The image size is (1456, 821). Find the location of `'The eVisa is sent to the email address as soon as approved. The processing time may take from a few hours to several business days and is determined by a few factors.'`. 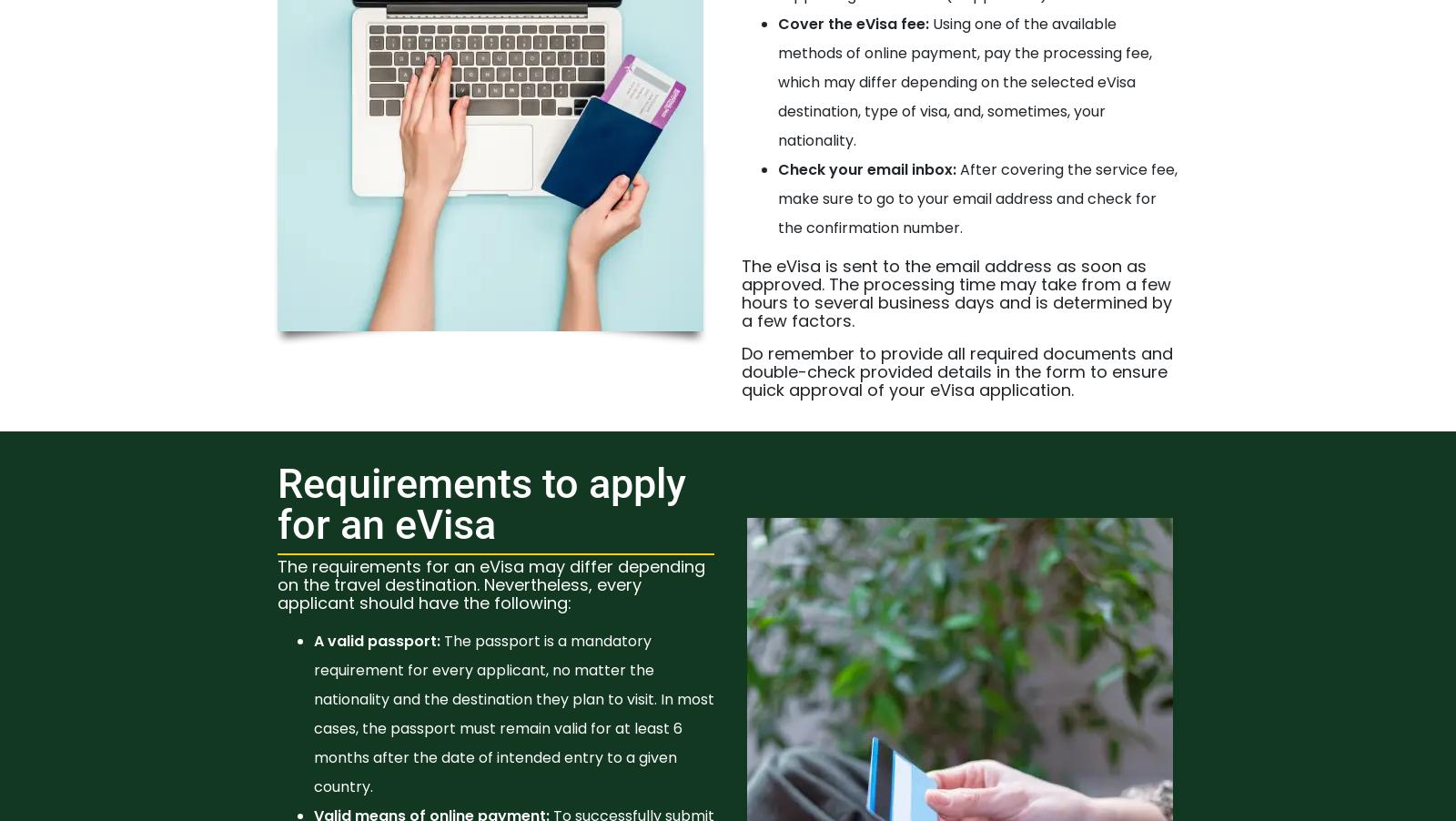

'The eVisa is sent to the email address as soon as approved. The processing time may take from a few hours to several business days and is determined by a few factors.' is located at coordinates (741, 291).